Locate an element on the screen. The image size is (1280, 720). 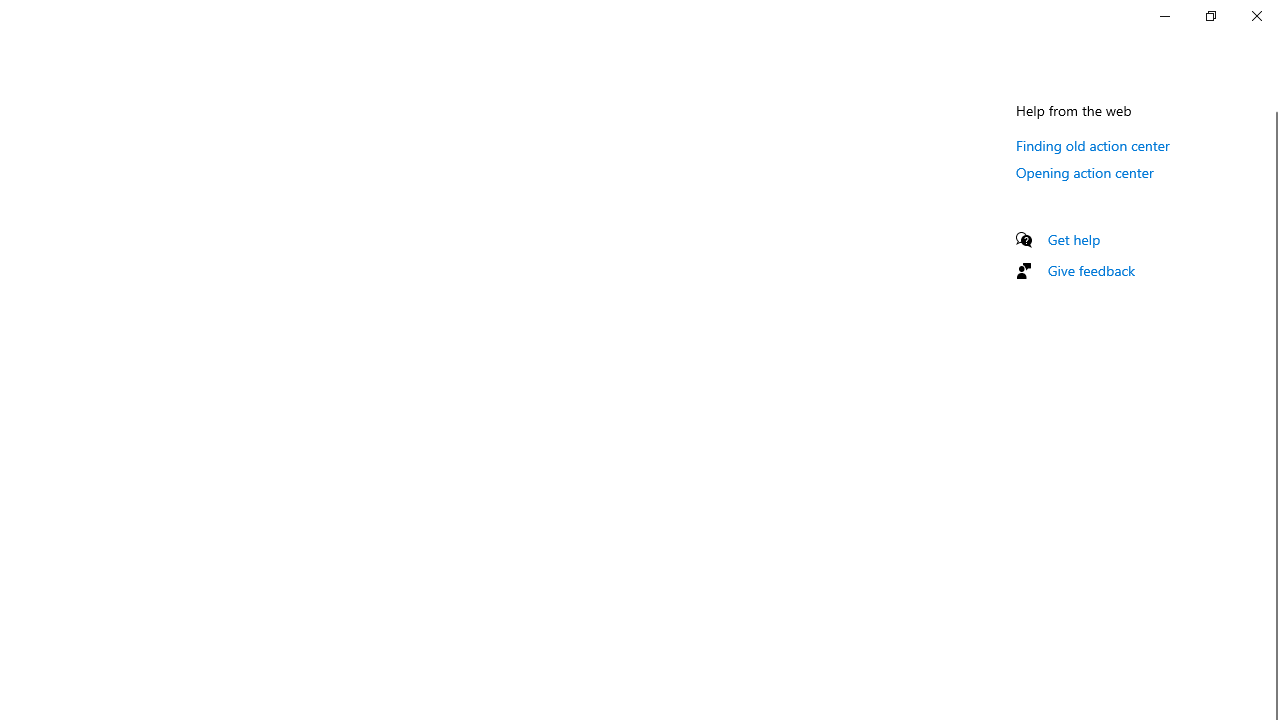
'Vertical Small Decrease' is located at coordinates (1271, 104).